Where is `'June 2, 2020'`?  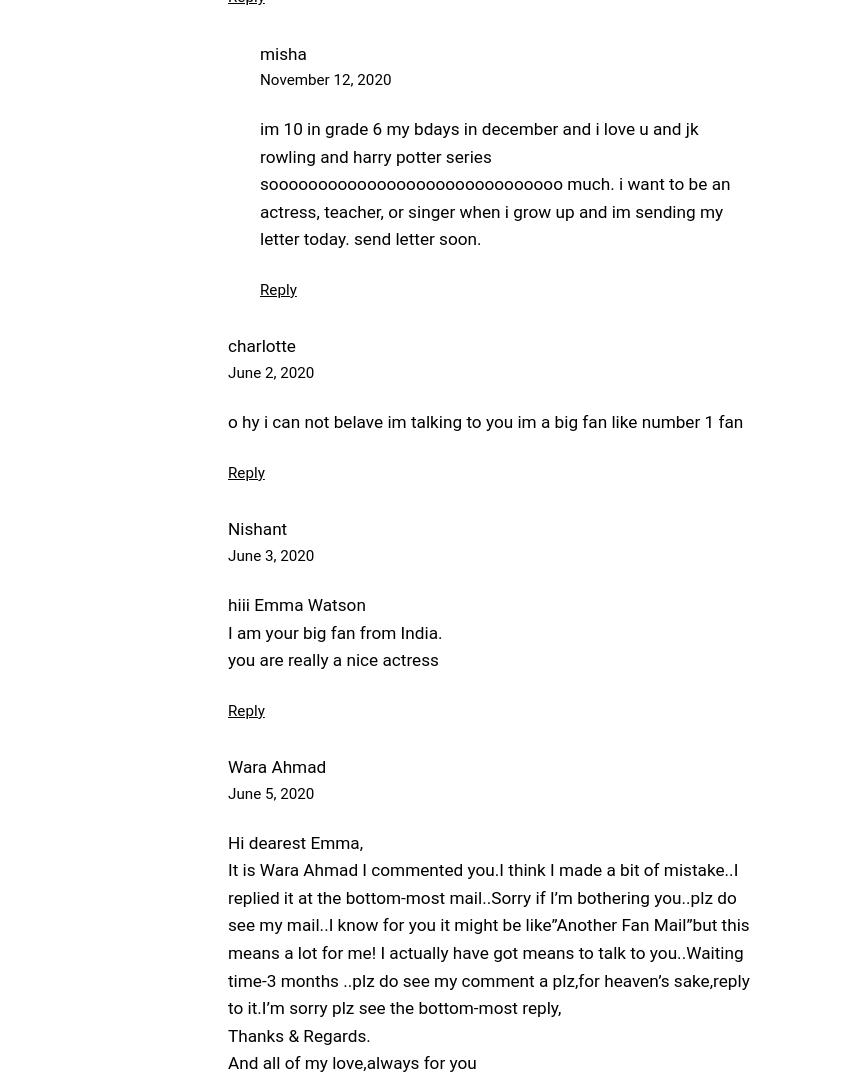 'June 2, 2020' is located at coordinates (269, 371).